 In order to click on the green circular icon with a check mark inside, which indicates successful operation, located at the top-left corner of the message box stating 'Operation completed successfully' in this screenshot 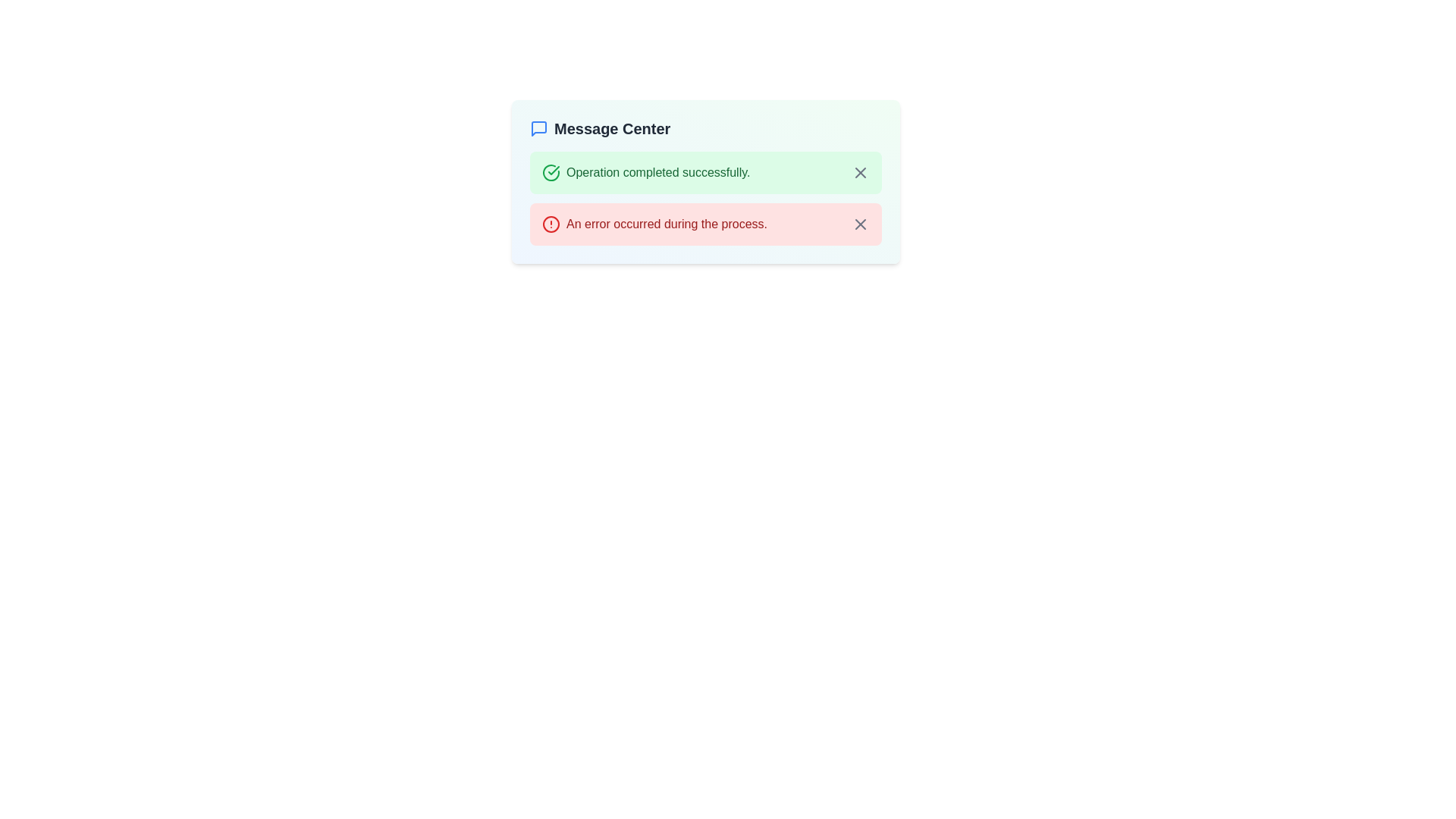, I will do `click(550, 171)`.